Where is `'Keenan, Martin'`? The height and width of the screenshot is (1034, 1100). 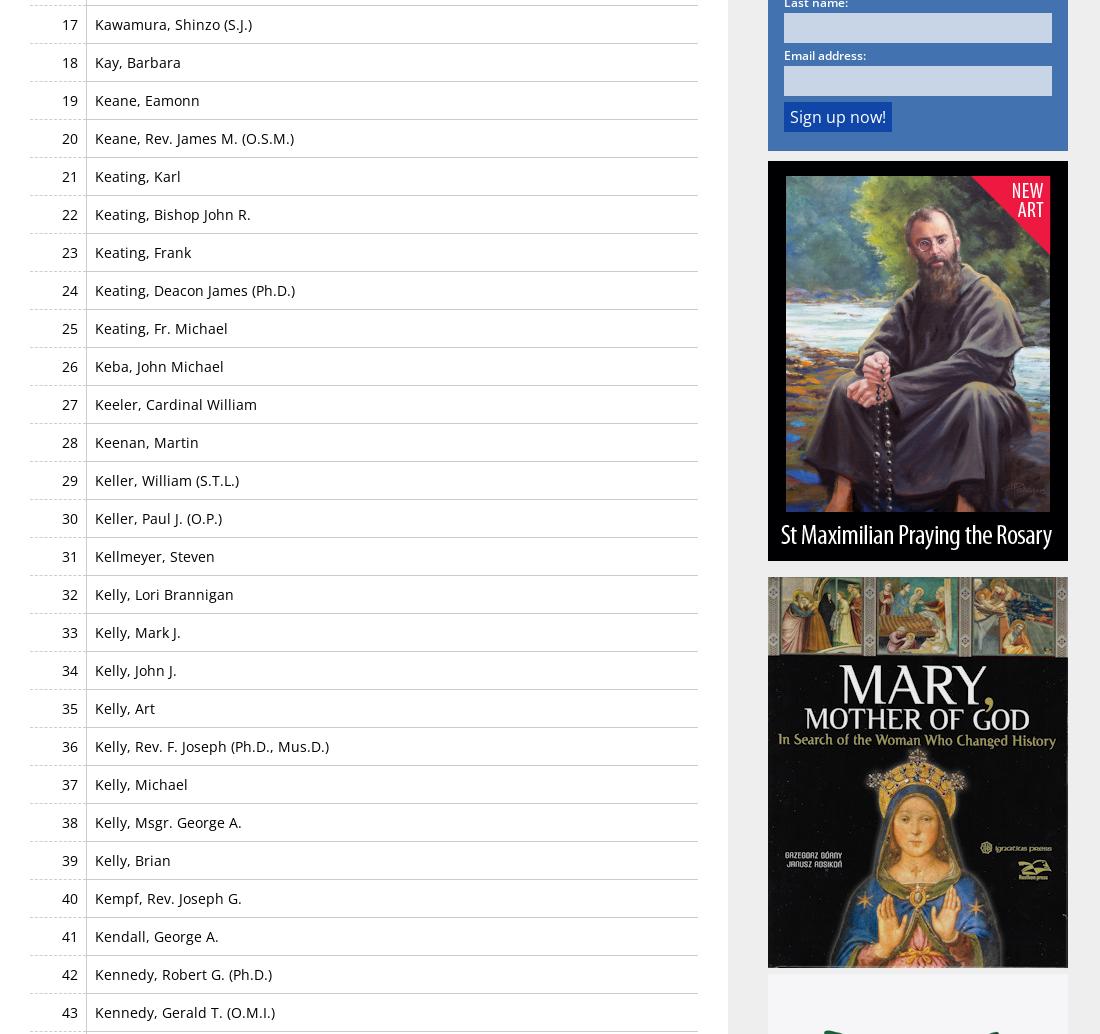
'Keenan, Martin' is located at coordinates (145, 440).